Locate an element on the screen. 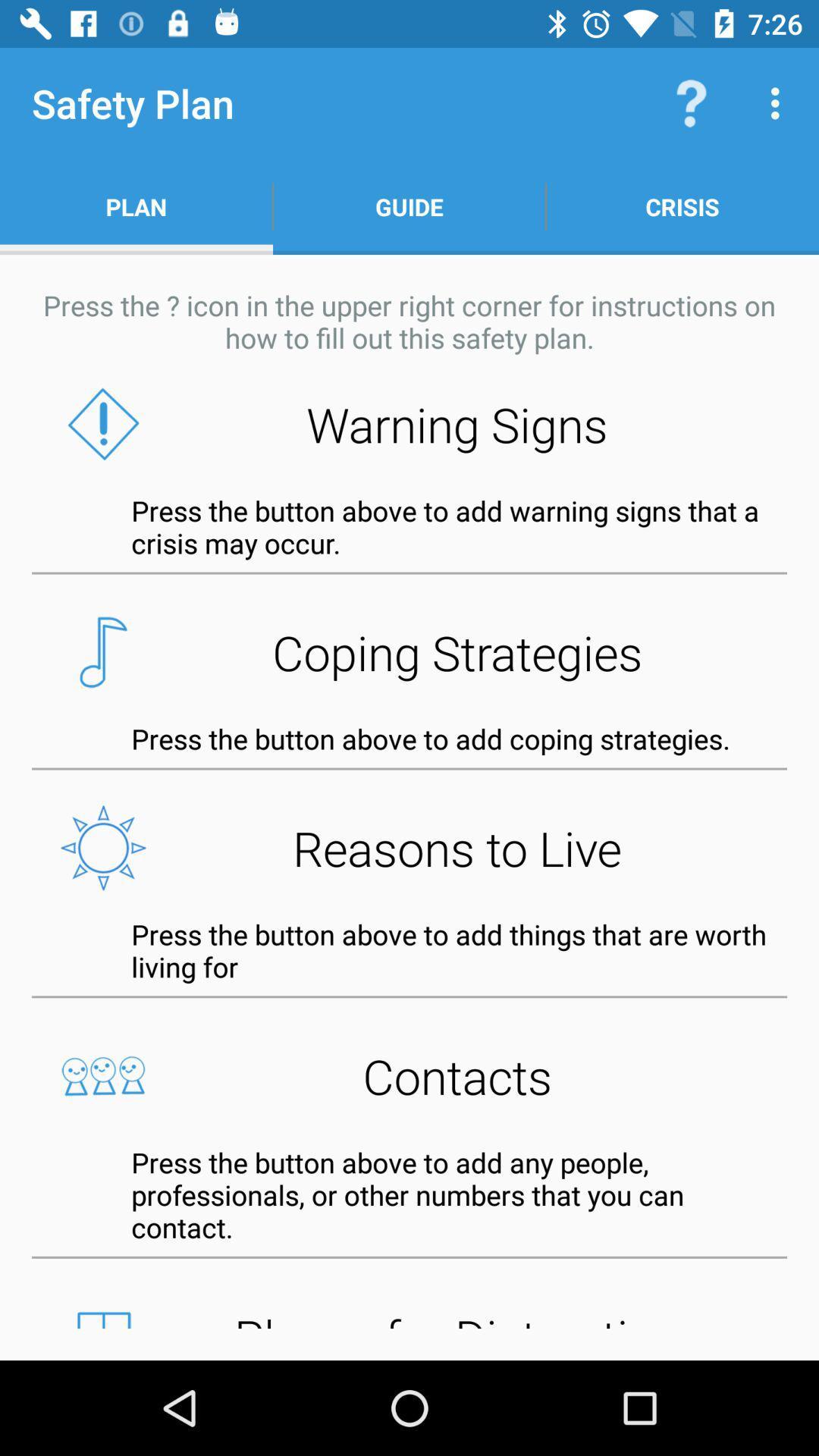 Image resolution: width=819 pixels, height=1456 pixels. the item next to the crisis app is located at coordinates (409, 206).